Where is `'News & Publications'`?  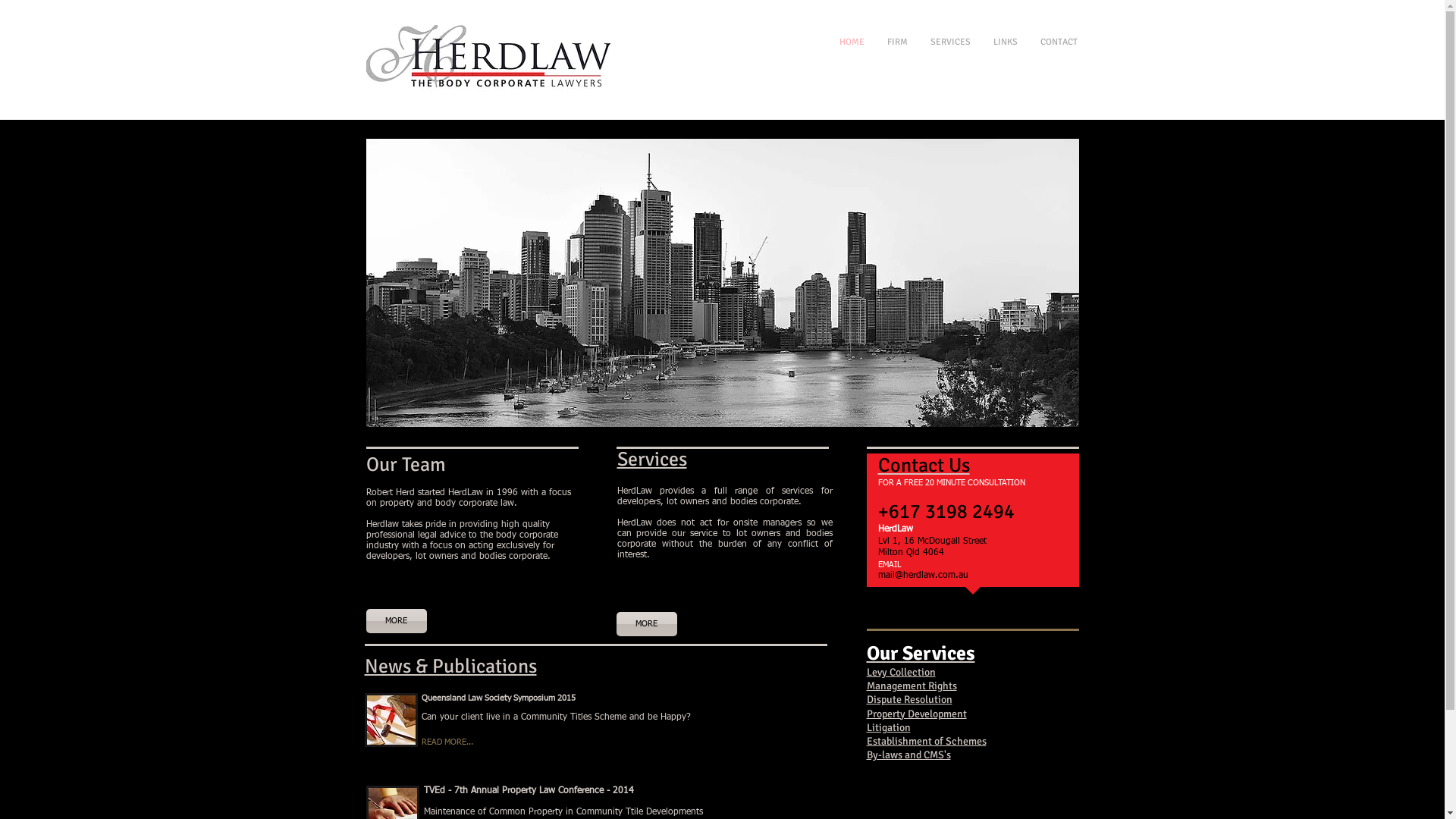 'News & Publications' is located at coordinates (449, 666).